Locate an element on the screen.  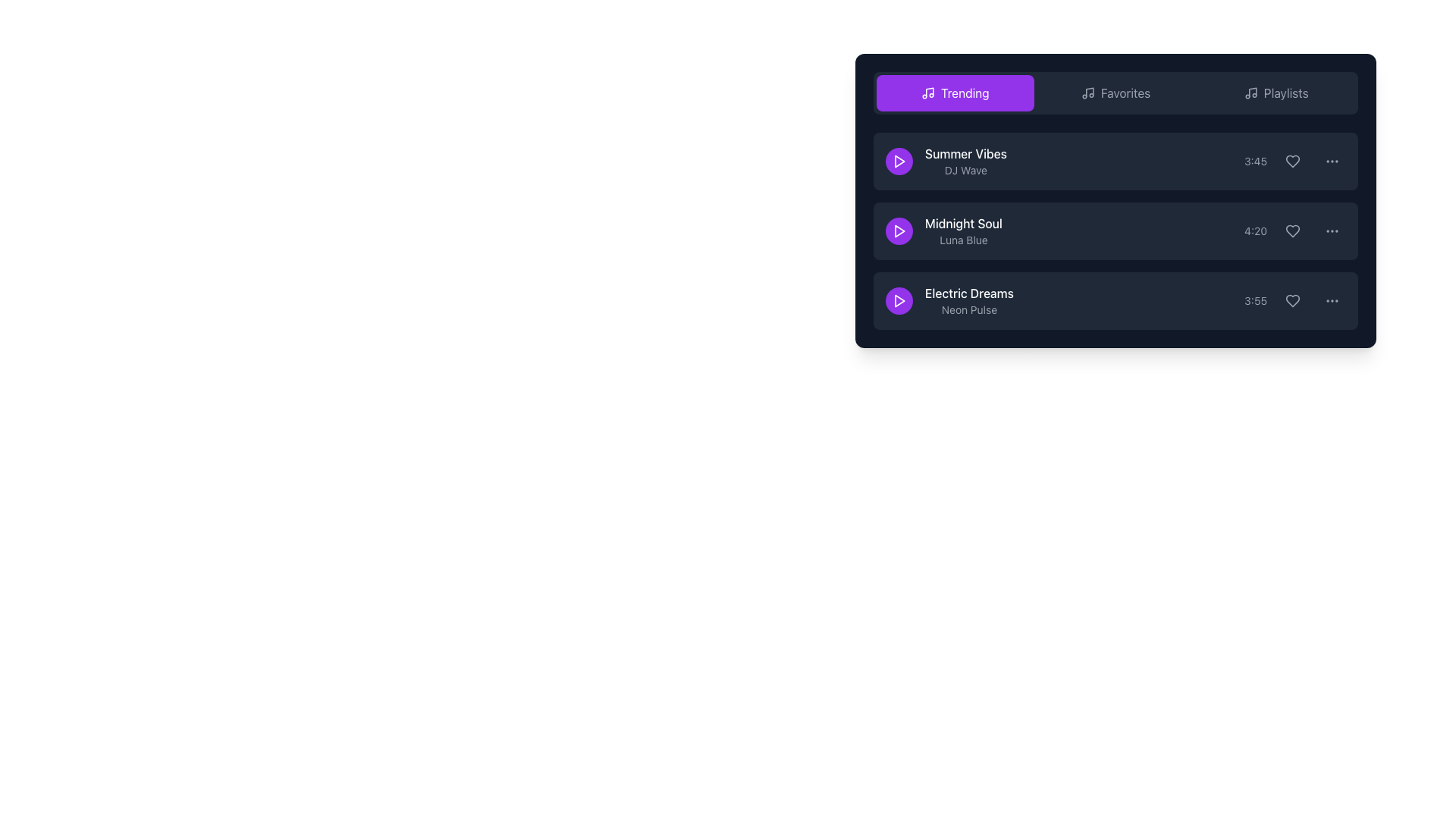
the 'Summer Vibes' text label in the 'Trending' playlist, which is located in the first row to the right of the purple play button icon is located at coordinates (965, 154).